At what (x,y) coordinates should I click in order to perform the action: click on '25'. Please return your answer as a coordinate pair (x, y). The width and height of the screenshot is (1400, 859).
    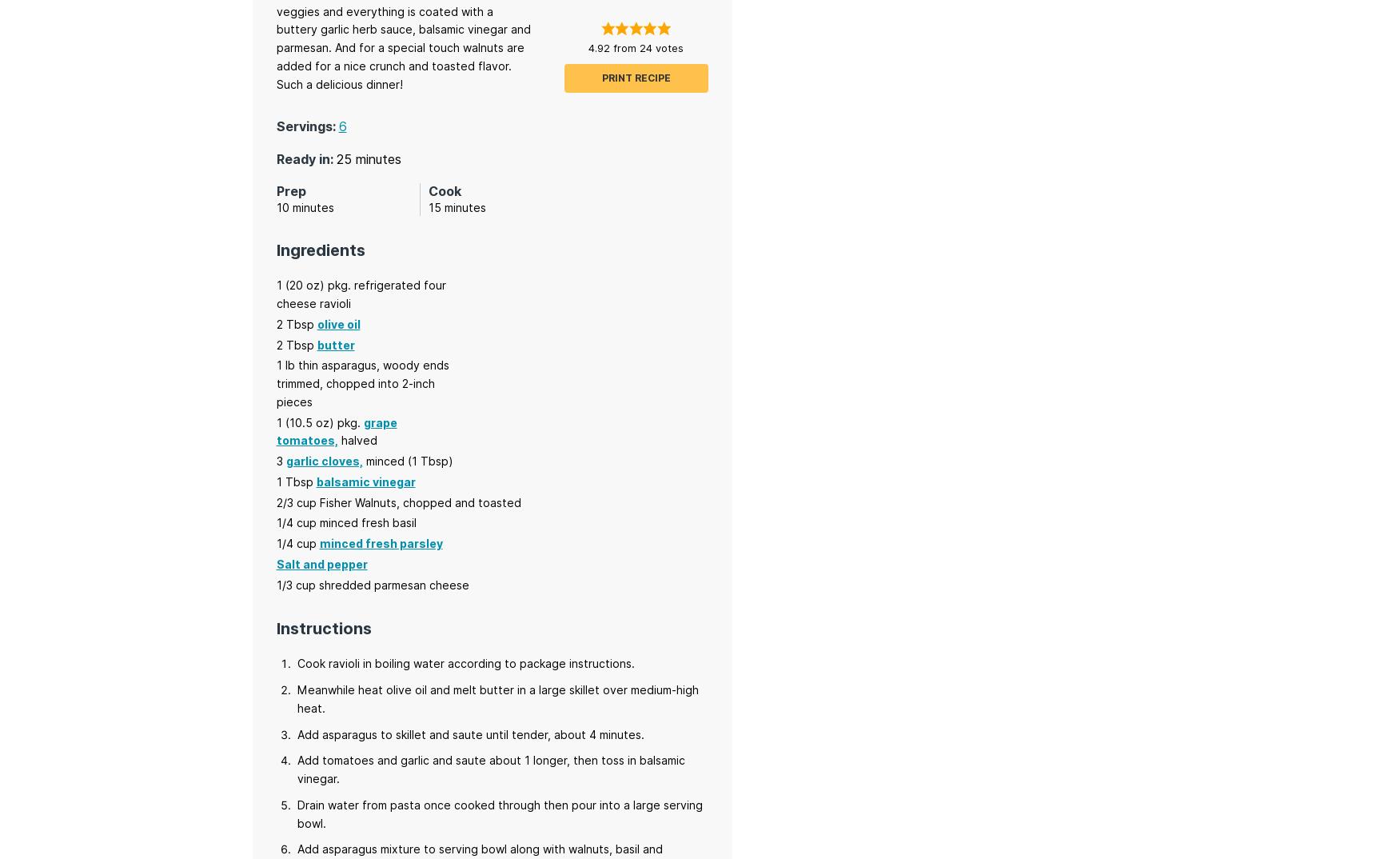
    Looking at the image, I should click on (343, 159).